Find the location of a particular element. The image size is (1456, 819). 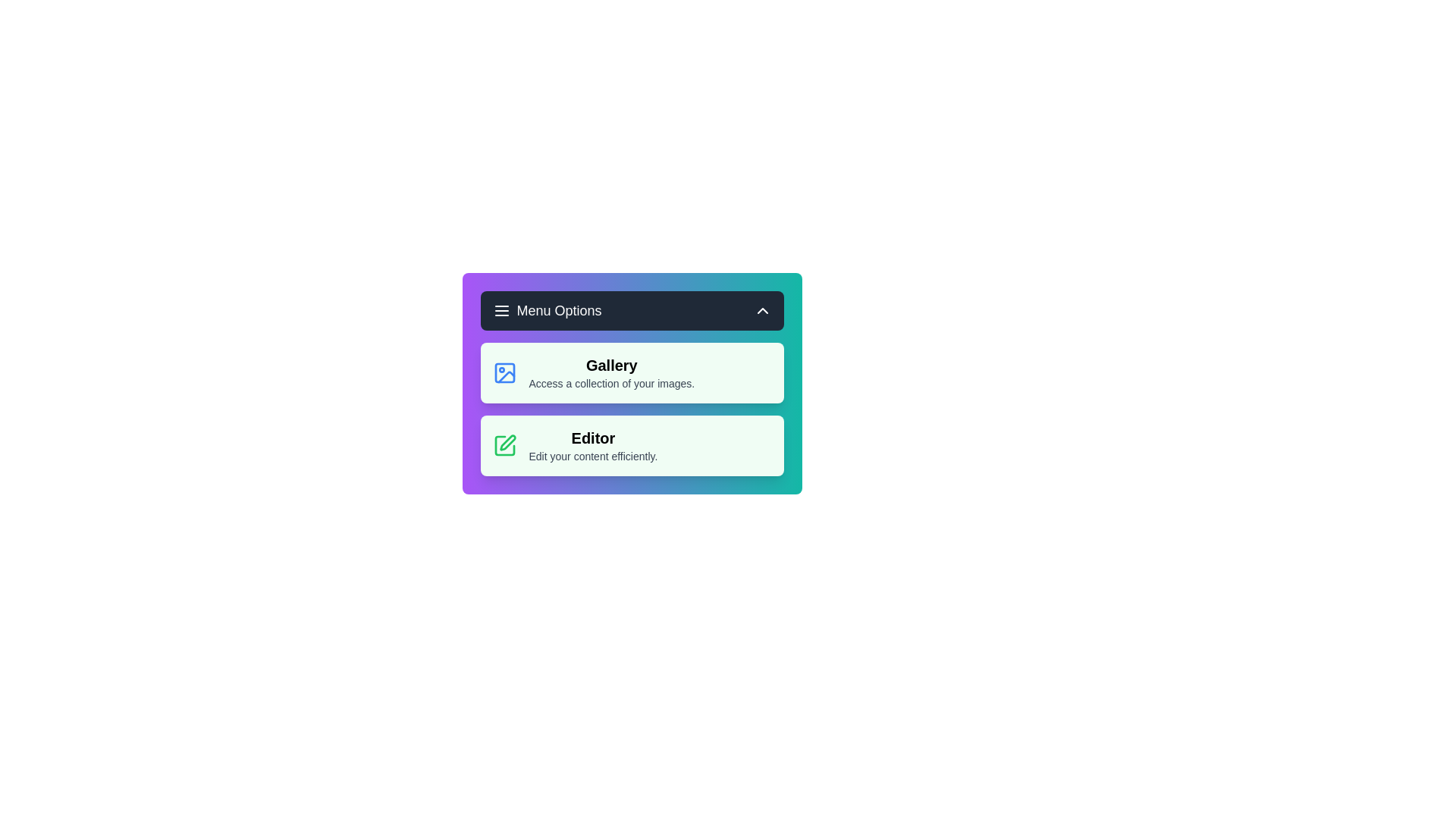

the 'Editor' option in the menu is located at coordinates (632, 444).